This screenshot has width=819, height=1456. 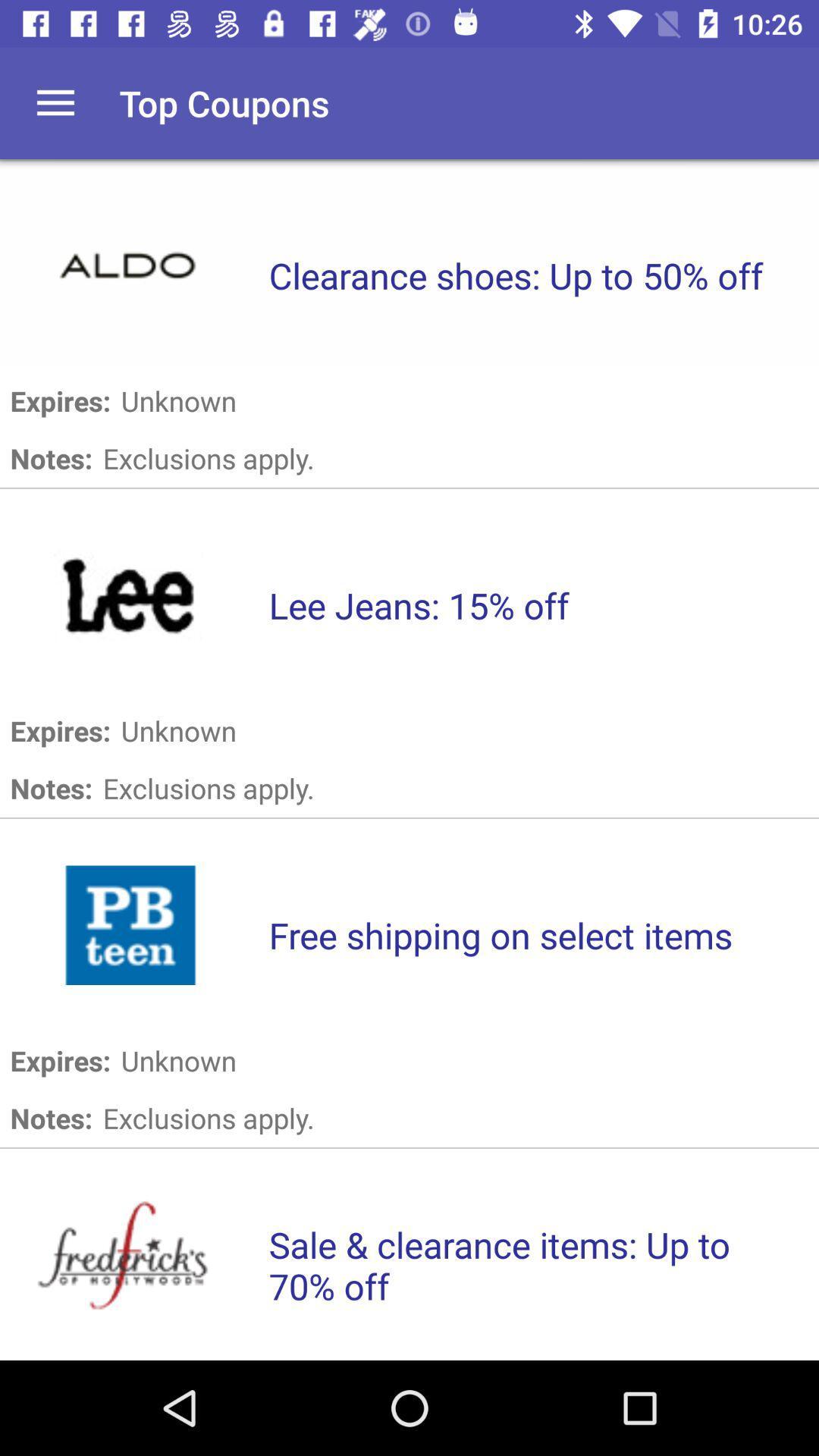 I want to click on the icon to the left of top coupons item, so click(x=55, y=102).